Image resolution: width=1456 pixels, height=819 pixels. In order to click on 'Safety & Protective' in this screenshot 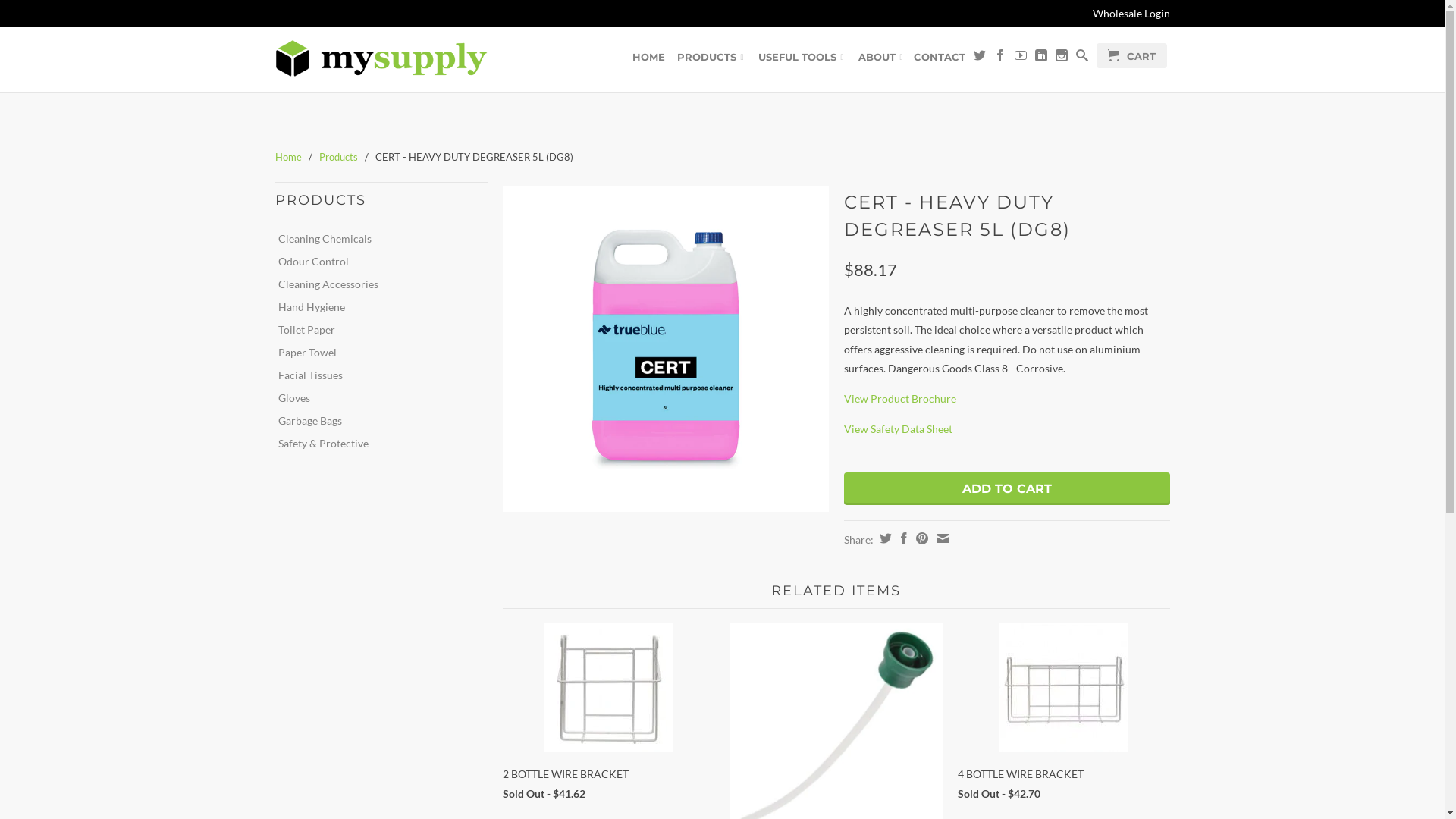, I will do `click(375, 444)`.